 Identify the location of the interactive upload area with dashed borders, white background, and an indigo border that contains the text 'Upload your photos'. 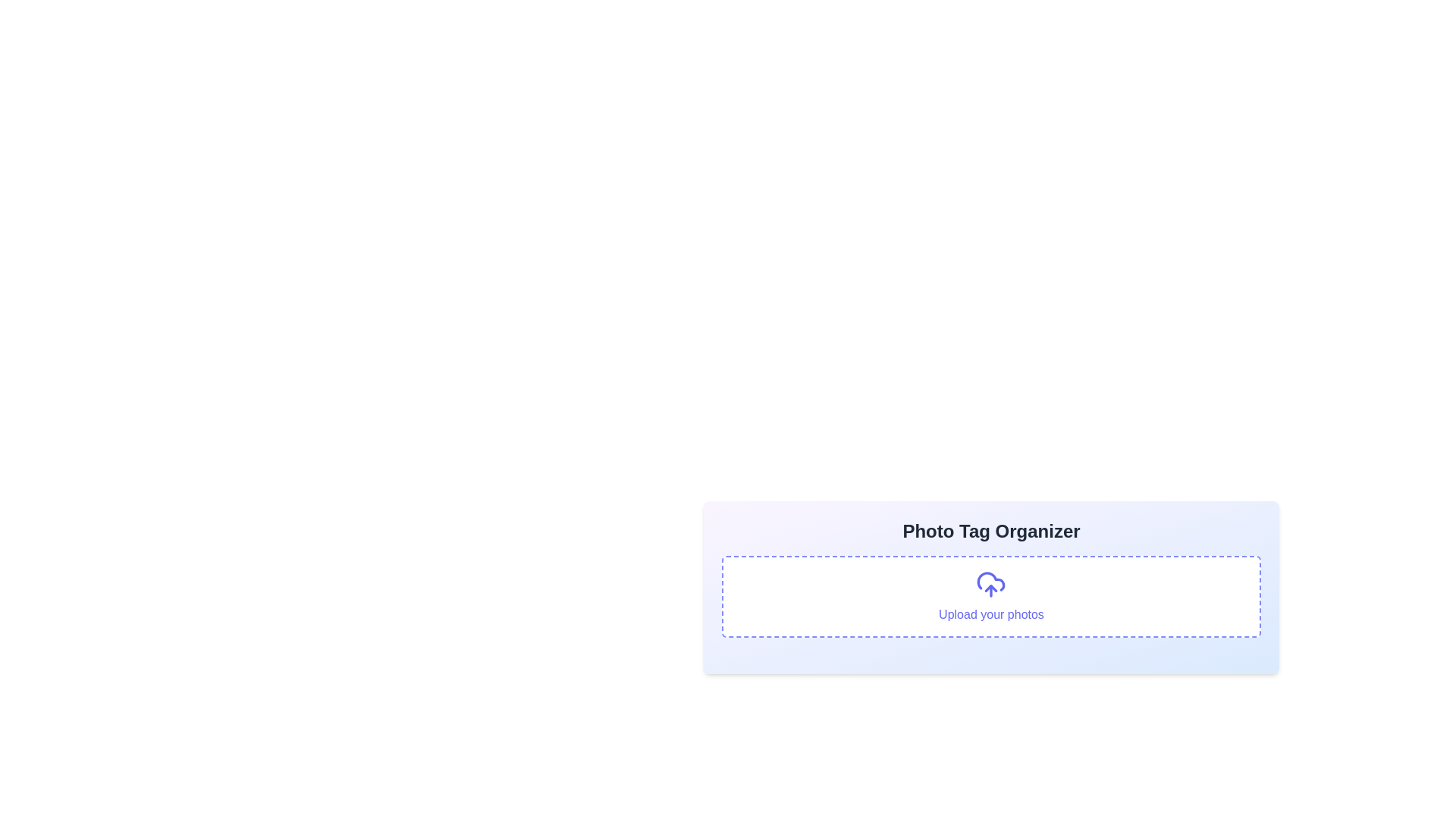
(991, 595).